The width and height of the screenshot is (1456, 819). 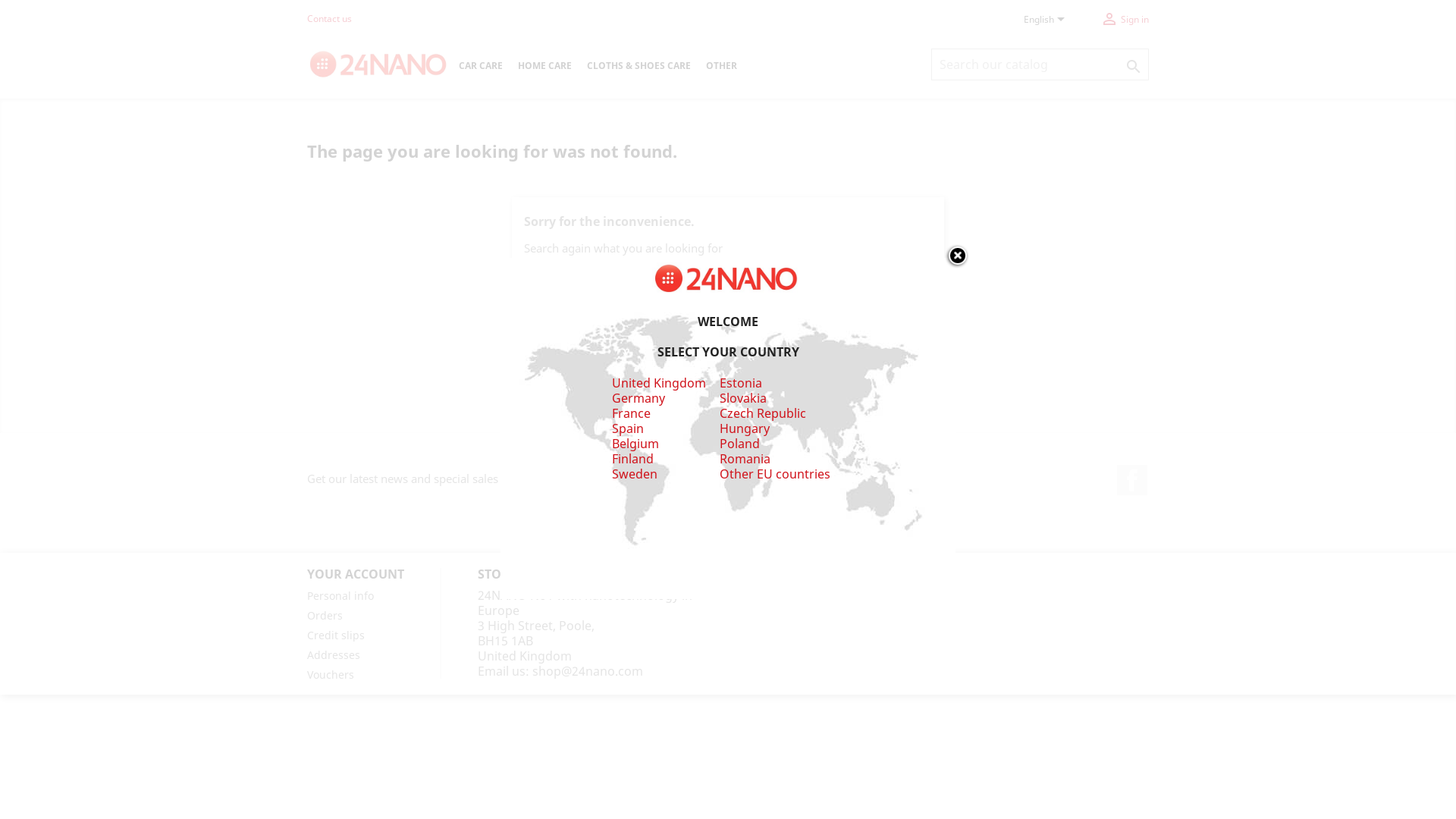 What do you see at coordinates (324, 615) in the screenshot?
I see `'Orders'` at bounding box center [324, 615].